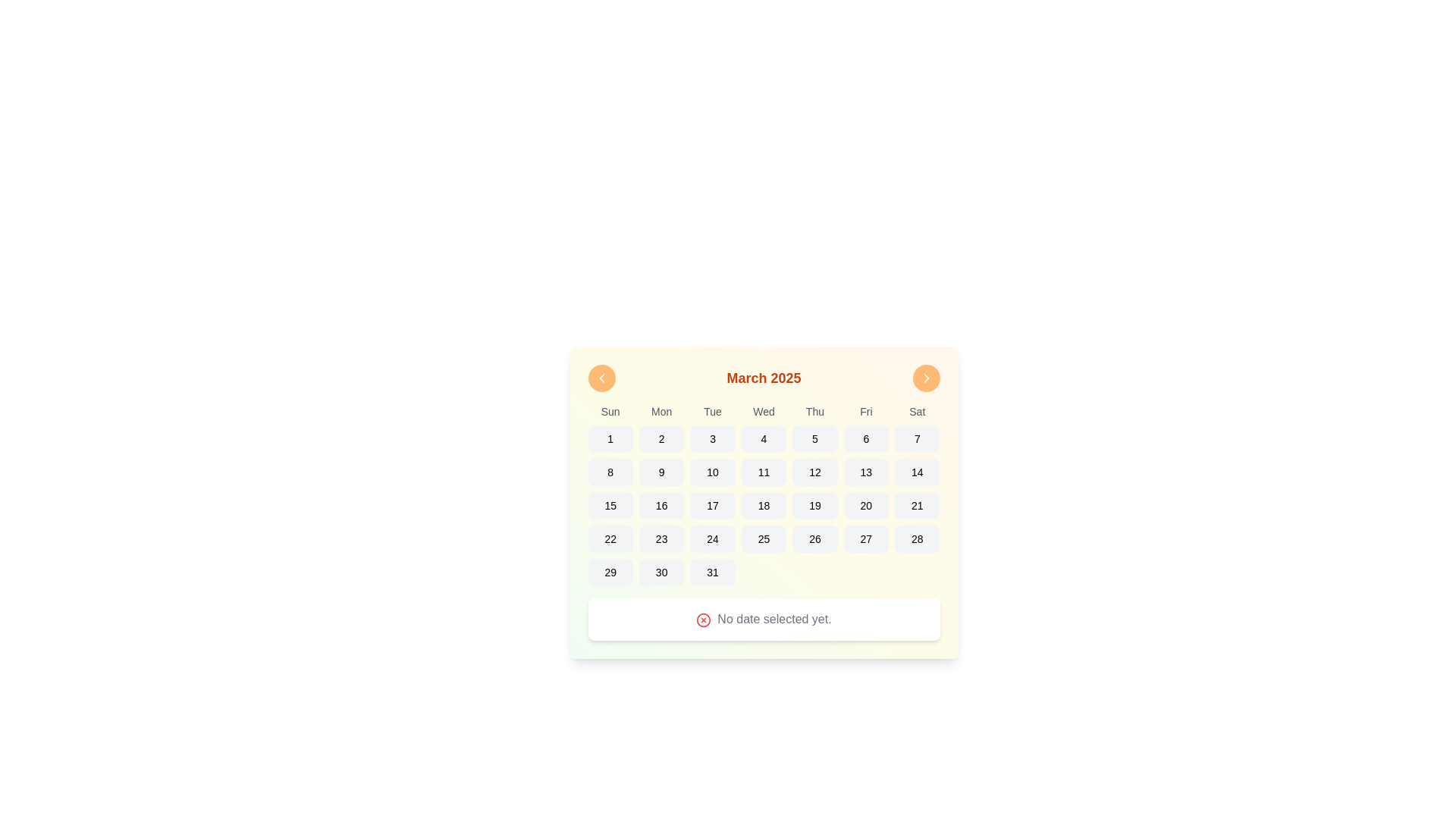 This screenshot has width=1456, height=819. What do you see at coordinates (712, 573) in the screenshot?
I see `the button representing the day '31'` at bounding box center [712, 573].